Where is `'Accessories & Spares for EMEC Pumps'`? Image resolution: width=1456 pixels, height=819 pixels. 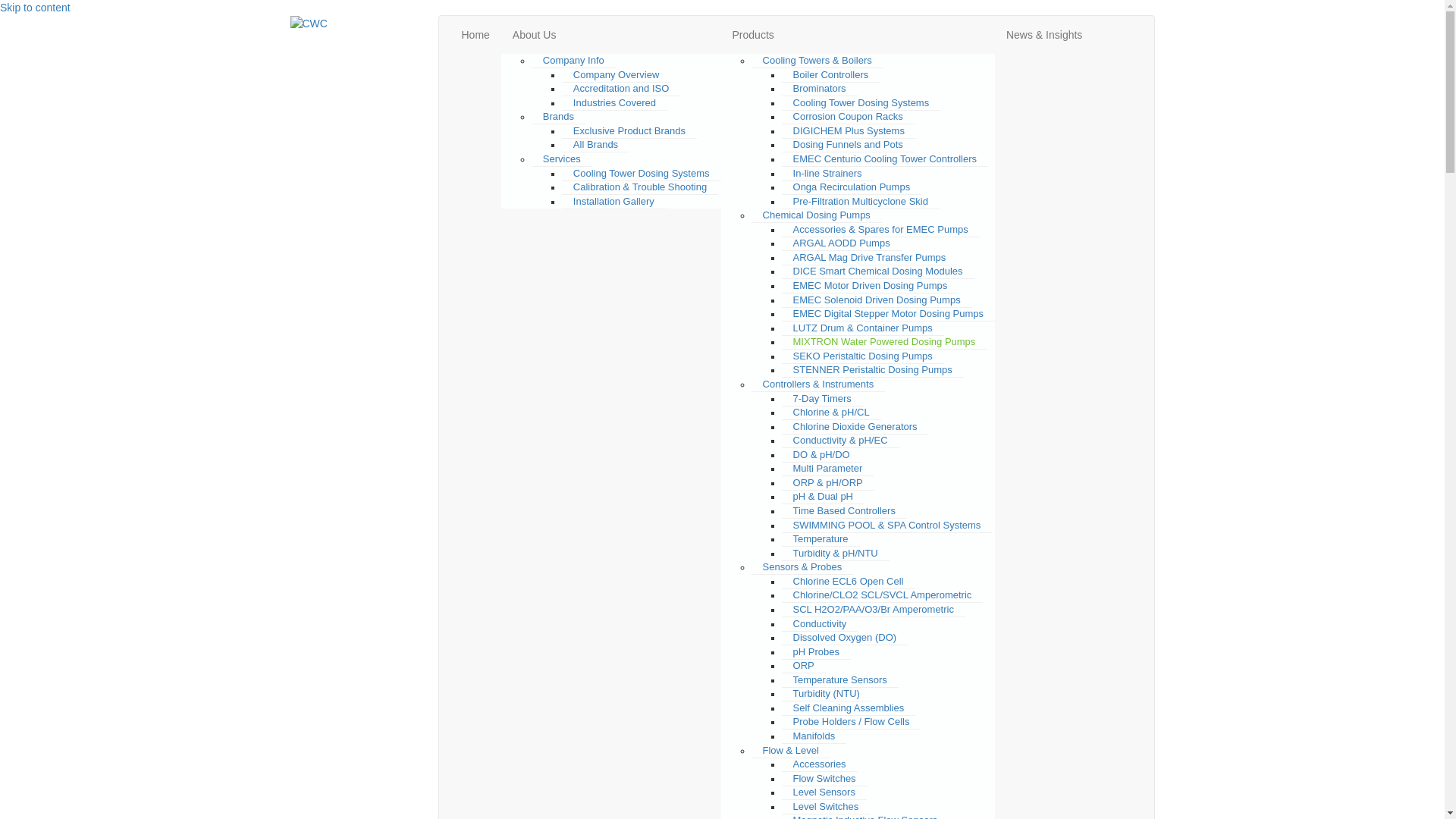 'Accessories & Spares for EMEC Pumps' is located at coordinates (880, 230).